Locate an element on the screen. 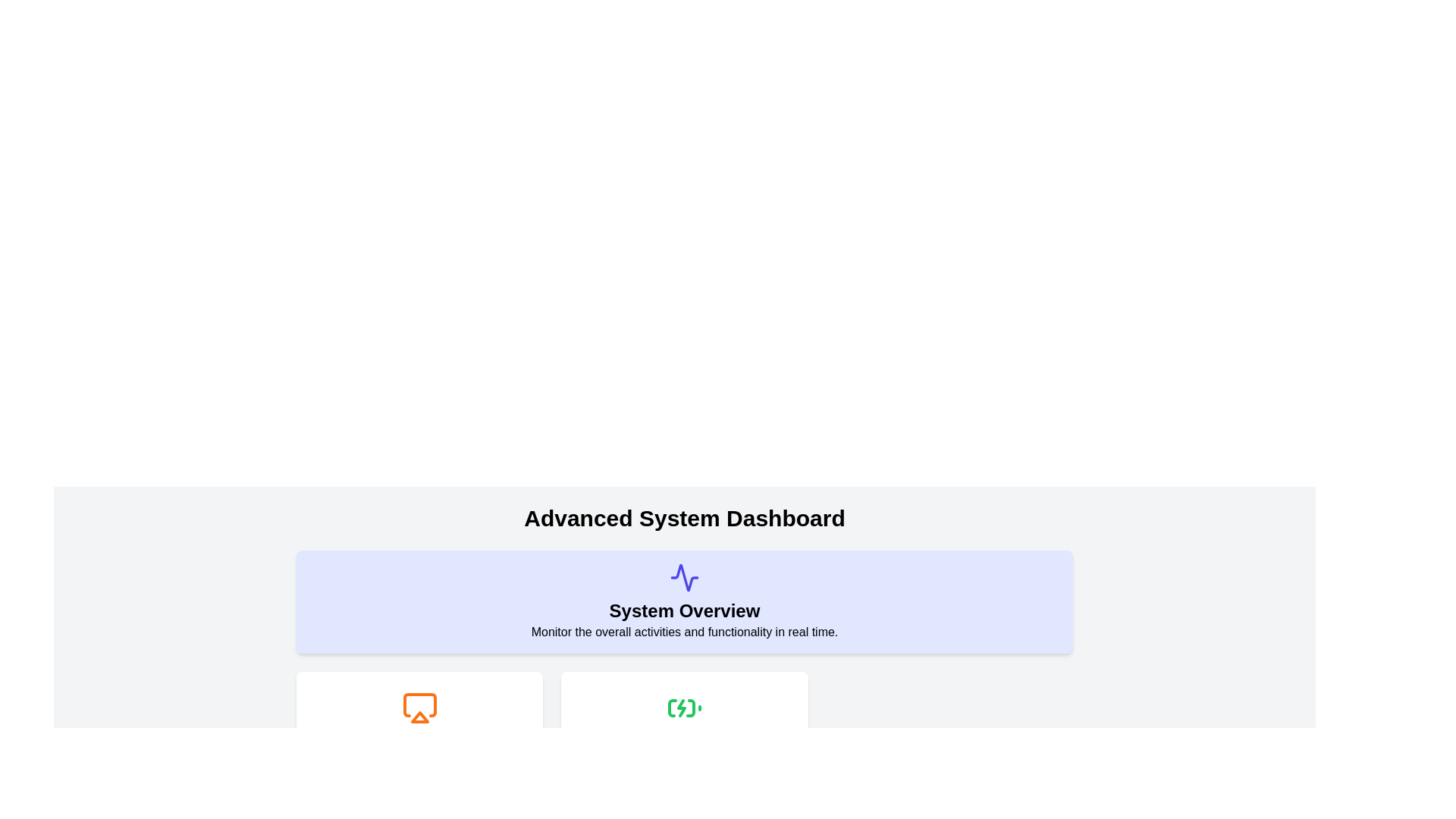  text from the Text Header element labeled 'Advanced System Dashboard', which is a large, bold headline positioned centrally at the top of the interface is located at coordinates (683, 517).